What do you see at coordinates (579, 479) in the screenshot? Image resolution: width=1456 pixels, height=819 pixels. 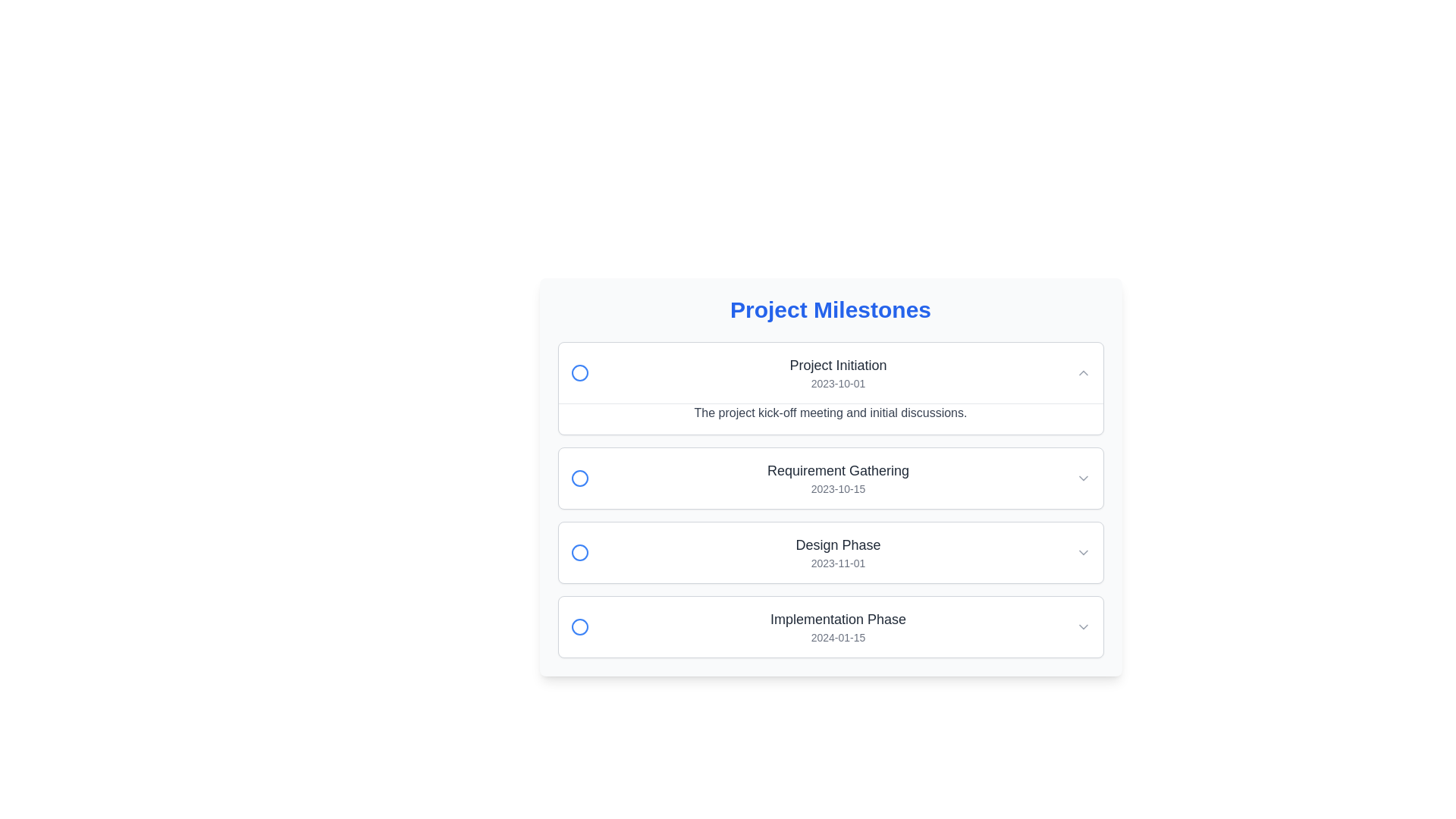 I see `the blue circular status indicator located at the beginning of the 'Requirement Gathering' list item dated '2023-10-15' for additional feedback` at bounding box center [579, 479].